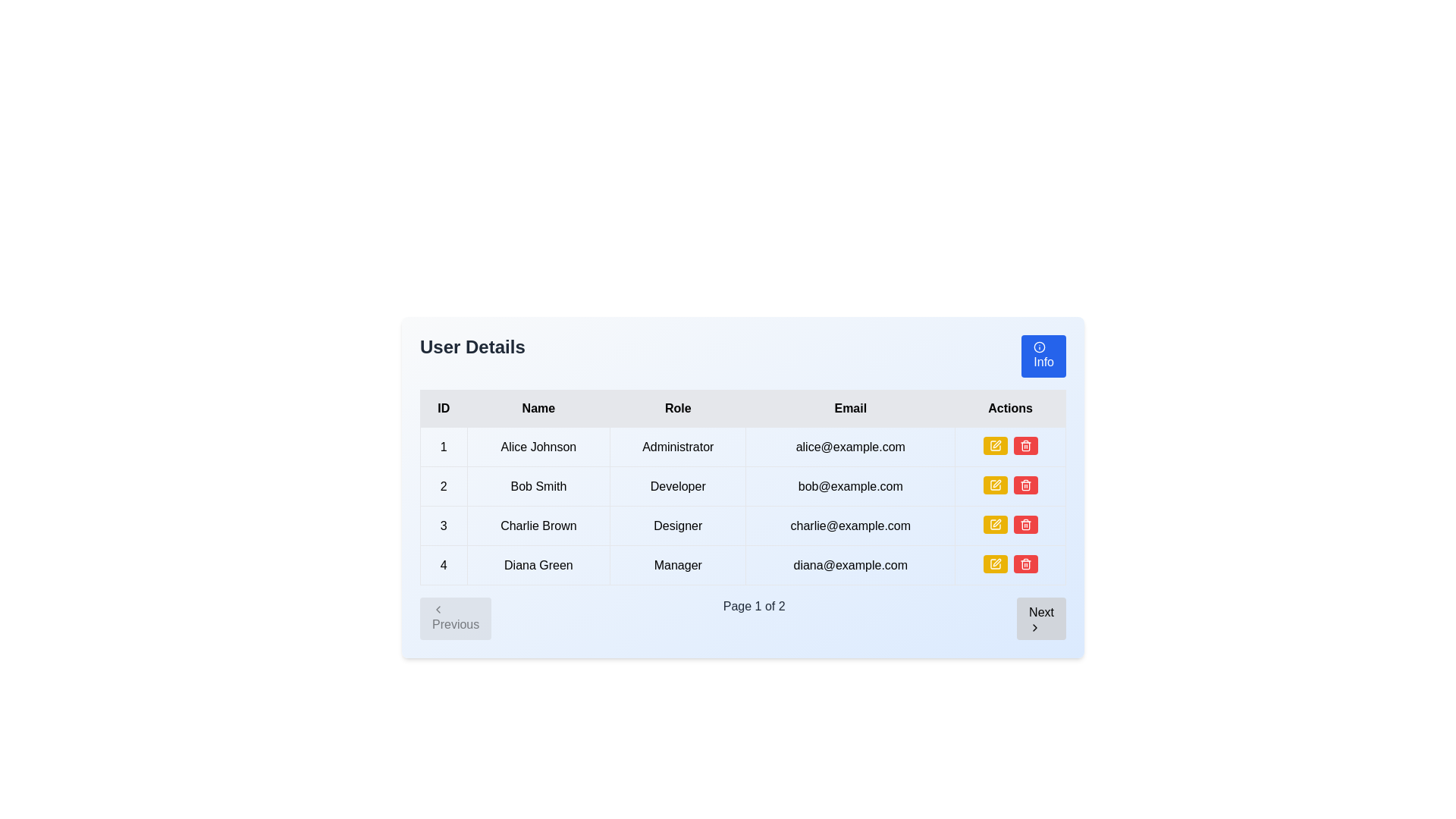 The height and width of the screenshot is (819, 1456). I want to click on the delete button located in the 'Actions' column of the fourth row in the 'User Details' table, so click(1025, 523).